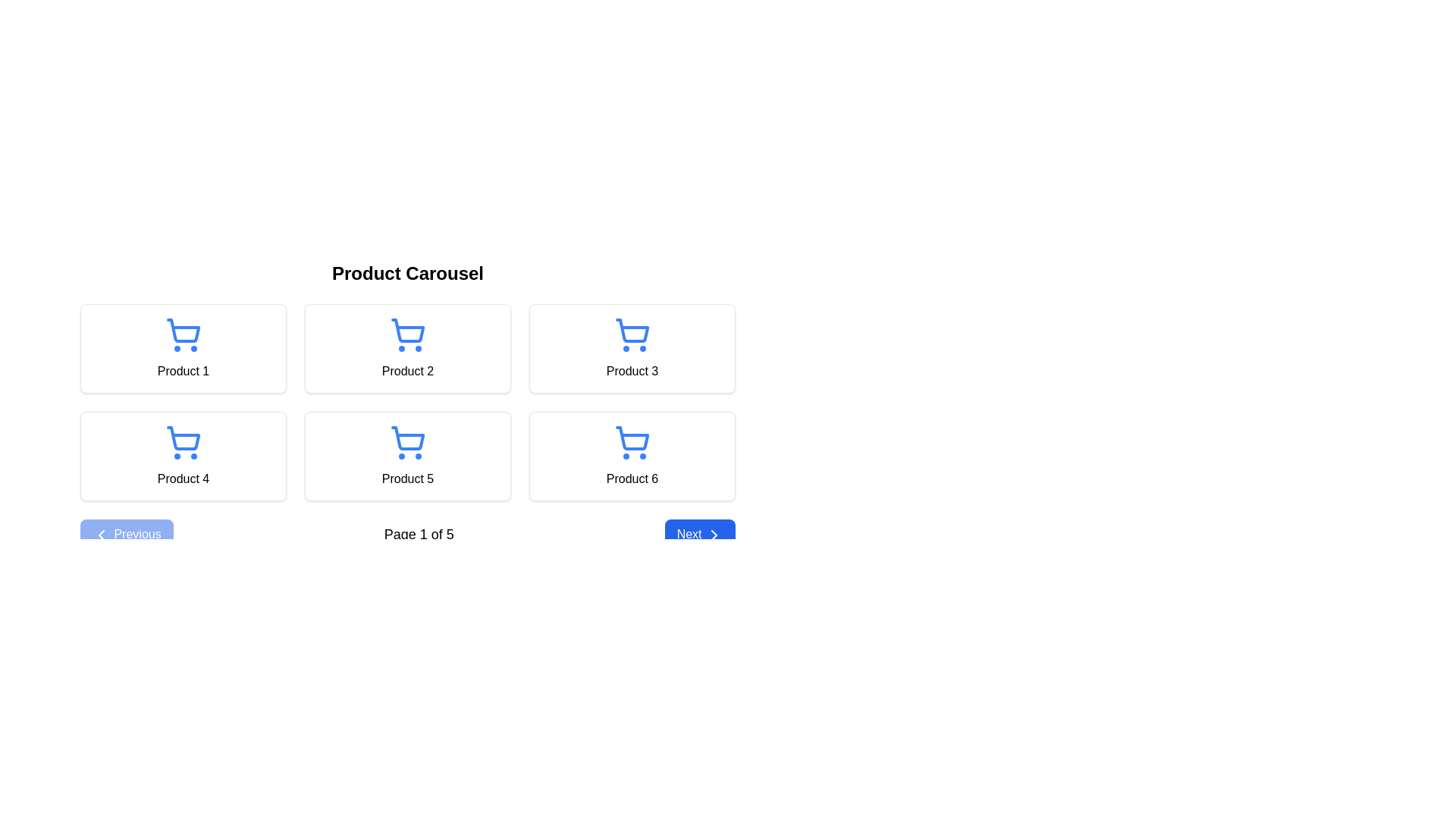 The image size is (1456, 819). What do you see at coordinates (182, 334) in the screenshot?
I see `the blue shopping cart icon located above the 'Product 1' label, positioned at the top-center of the product display grid` at bounding box center [182, 334].